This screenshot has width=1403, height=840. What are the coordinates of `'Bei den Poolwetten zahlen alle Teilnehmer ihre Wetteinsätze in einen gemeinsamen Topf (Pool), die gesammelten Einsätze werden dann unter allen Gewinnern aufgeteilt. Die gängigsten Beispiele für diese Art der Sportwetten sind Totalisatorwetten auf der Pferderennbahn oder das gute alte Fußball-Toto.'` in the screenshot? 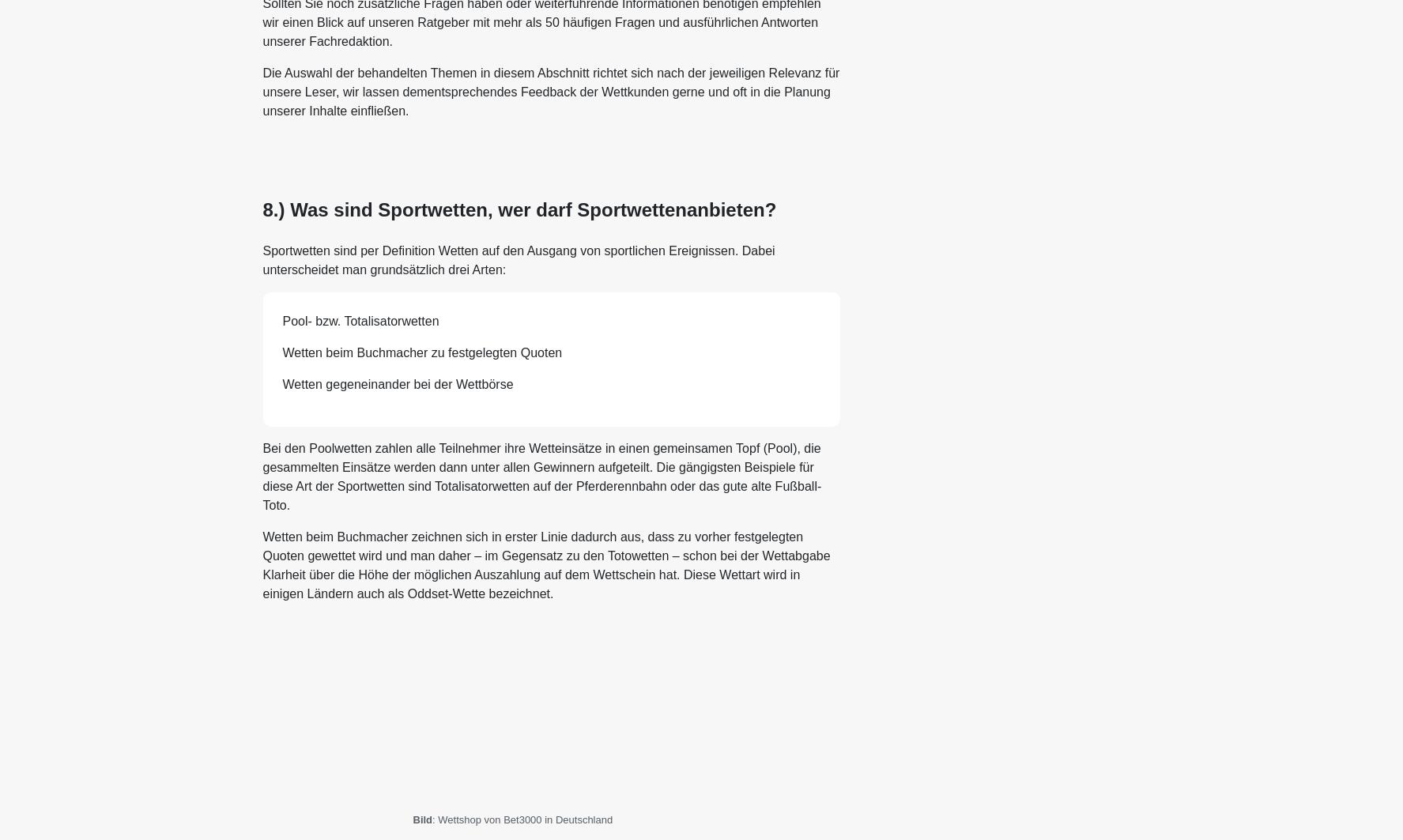 It's located at (541, 475).